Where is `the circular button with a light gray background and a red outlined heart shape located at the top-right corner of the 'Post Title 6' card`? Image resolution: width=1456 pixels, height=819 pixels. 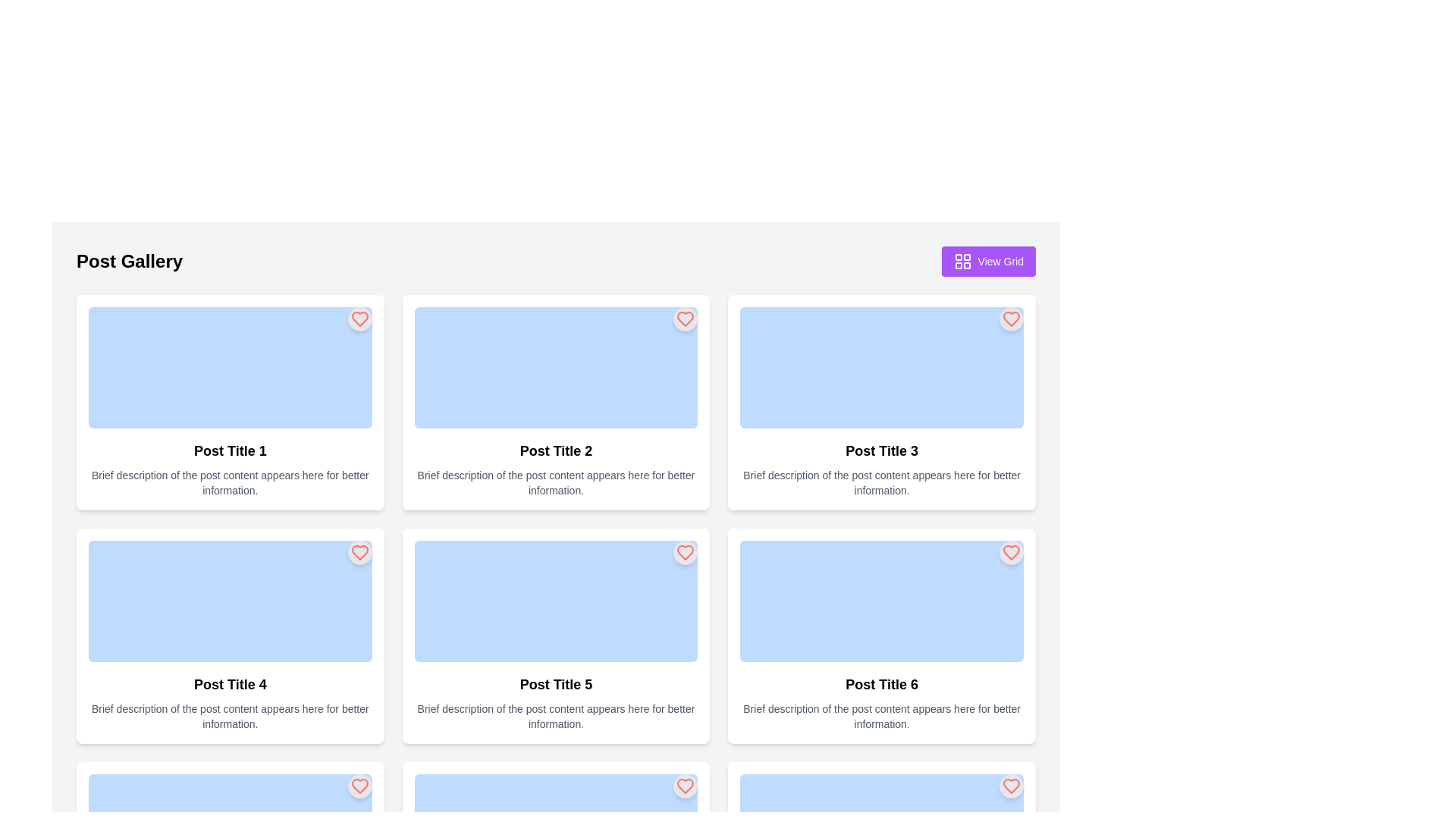
the circular button with a light gray background and a red outlined heart shape located at the top-right corner of the 'Post Title 6' card is located at coordinates (1012, 553).